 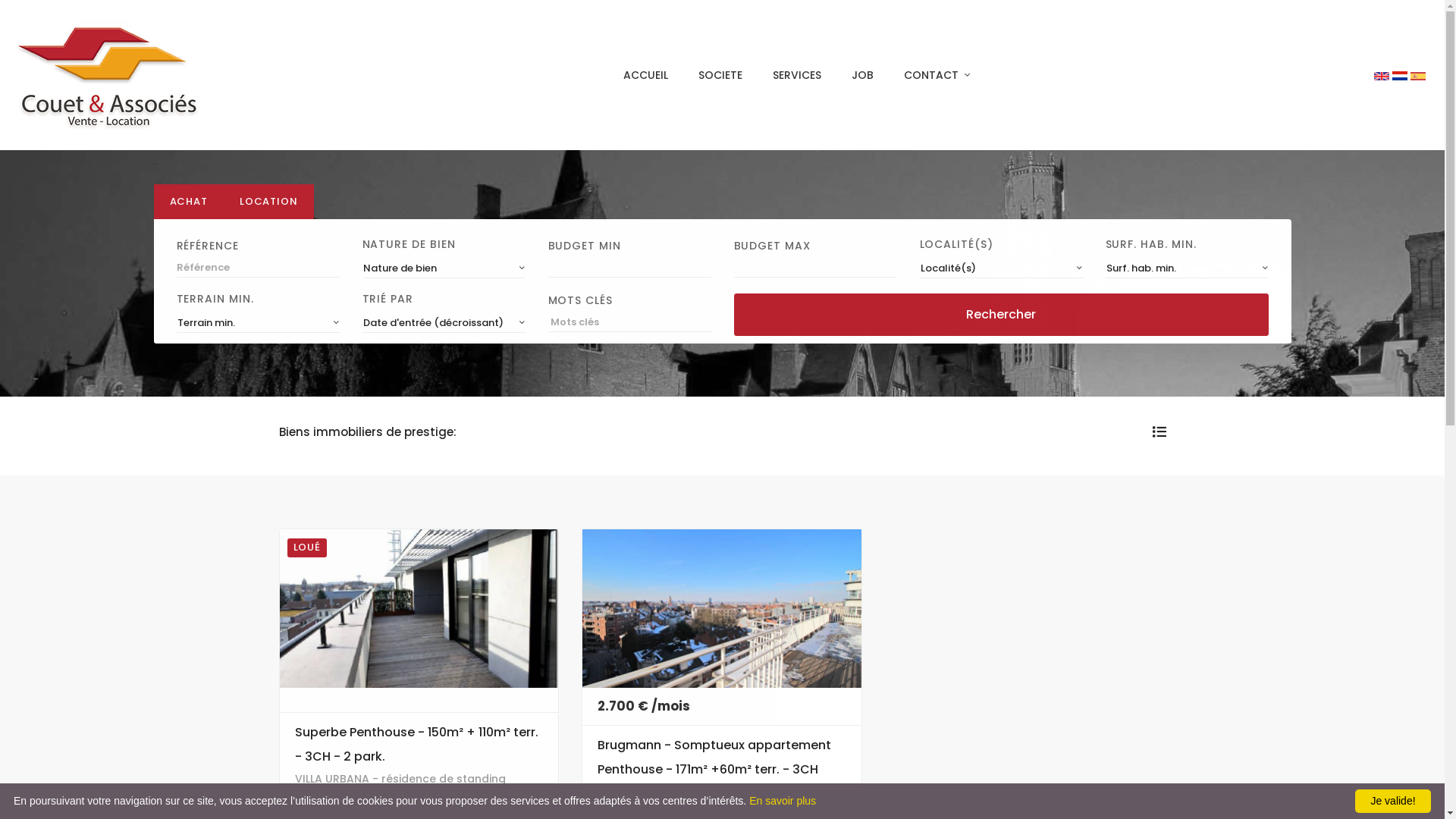 What do you see at coordinates (268, 201) in the screenshot?
I see `'LOCATION'` at bounding box center [268, 201].